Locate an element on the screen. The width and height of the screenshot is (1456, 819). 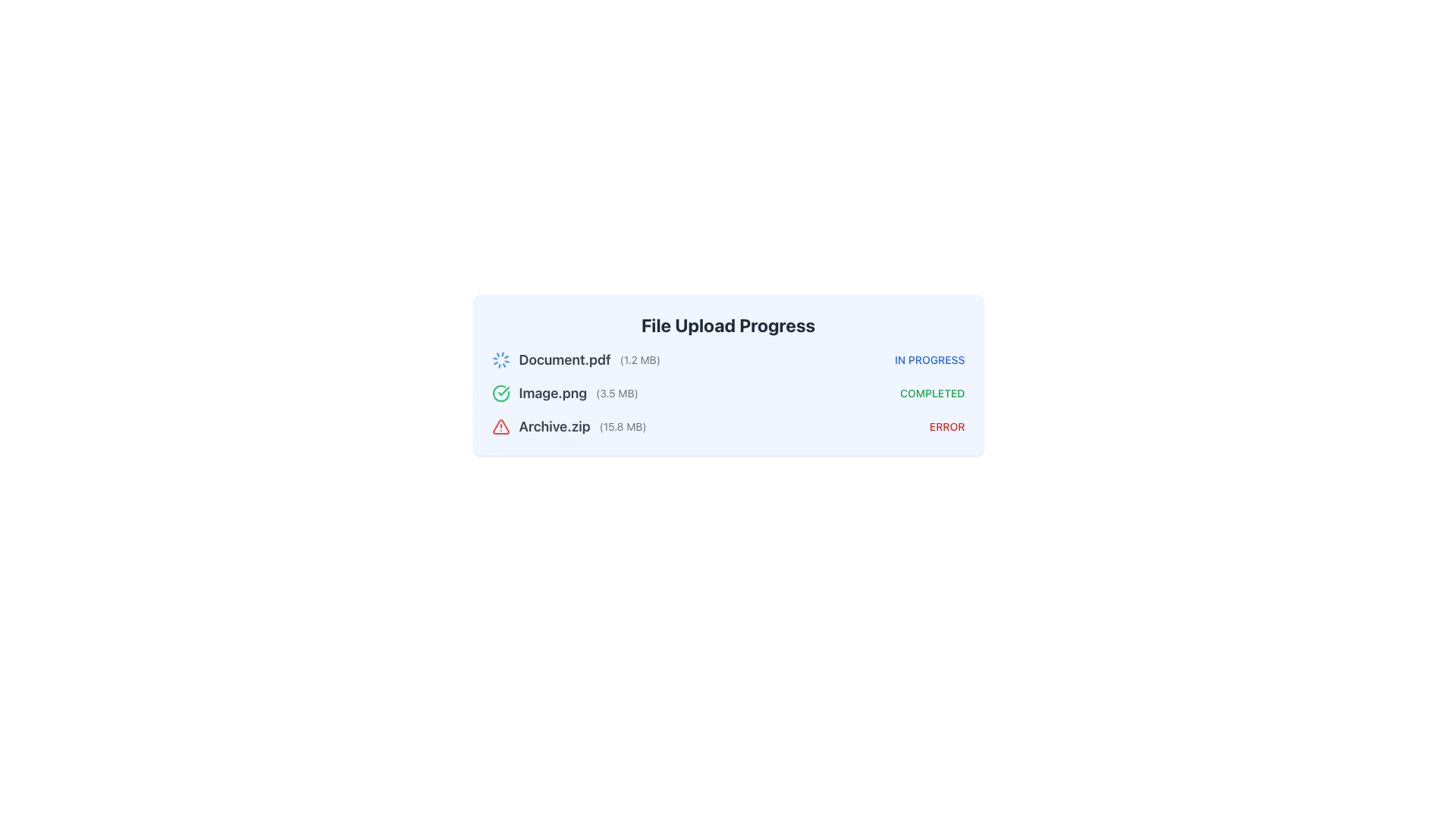
text displayed in the Text label that identifies the current file being uploaded, located in the 'File Upload Progress' section next to a spinning icon is located at coordinates (563, 359).